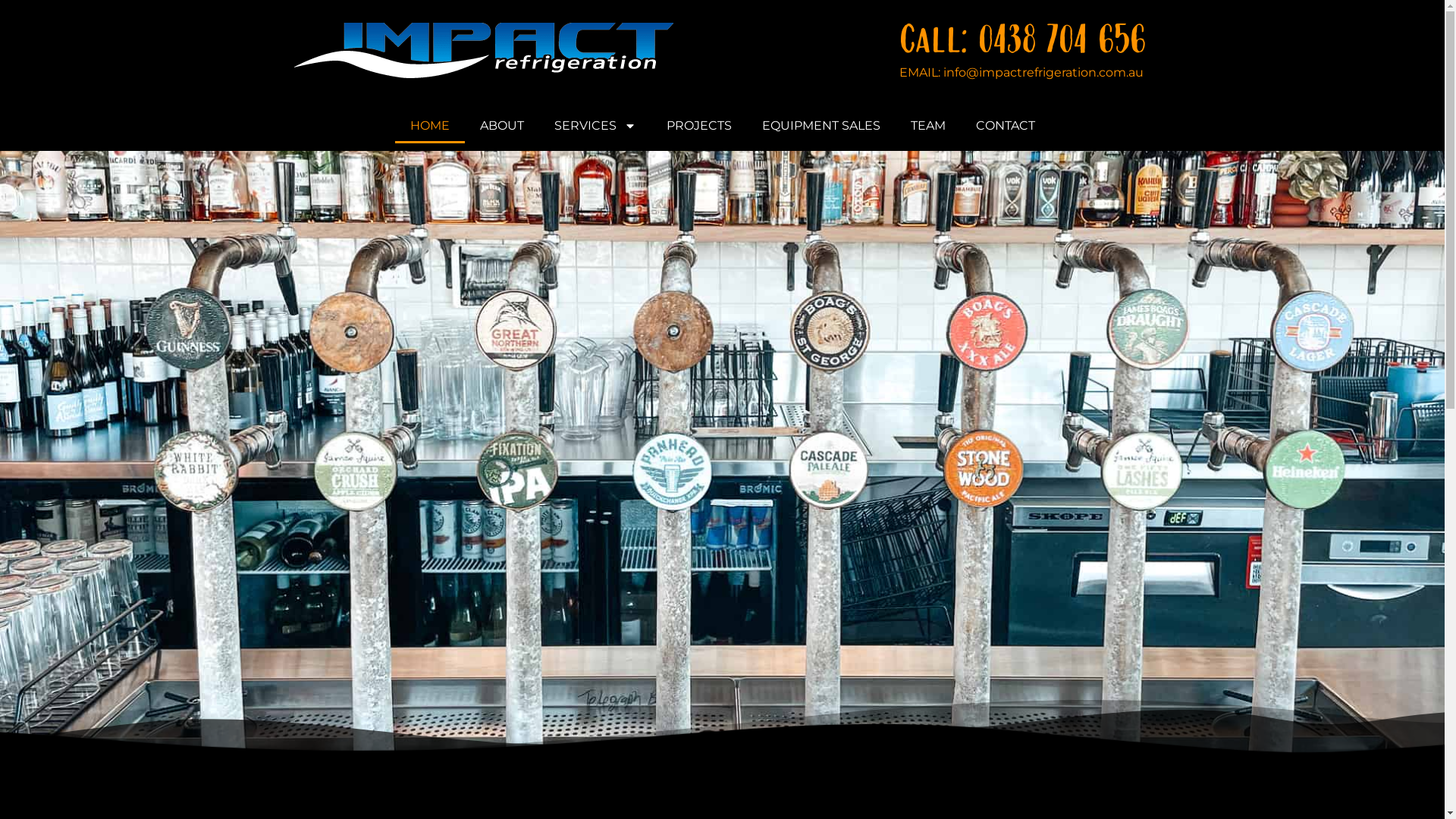  Describe the element at coordinates (1004, 124) in the screenshot. I see `'CONTACT'` at that location.